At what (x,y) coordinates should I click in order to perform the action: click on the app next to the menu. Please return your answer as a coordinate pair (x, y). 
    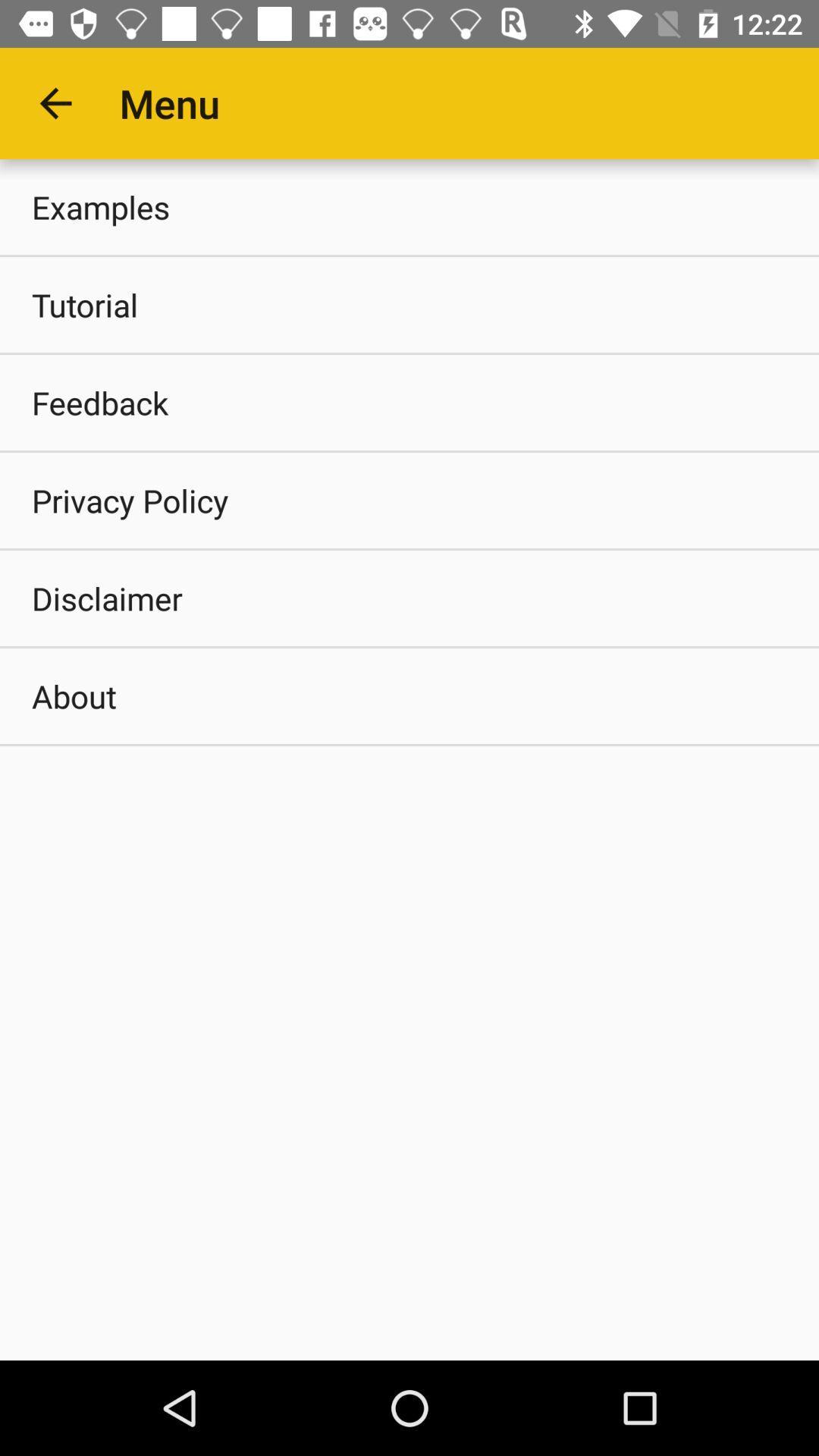
    Looking at the image, I should click on (55, 102).